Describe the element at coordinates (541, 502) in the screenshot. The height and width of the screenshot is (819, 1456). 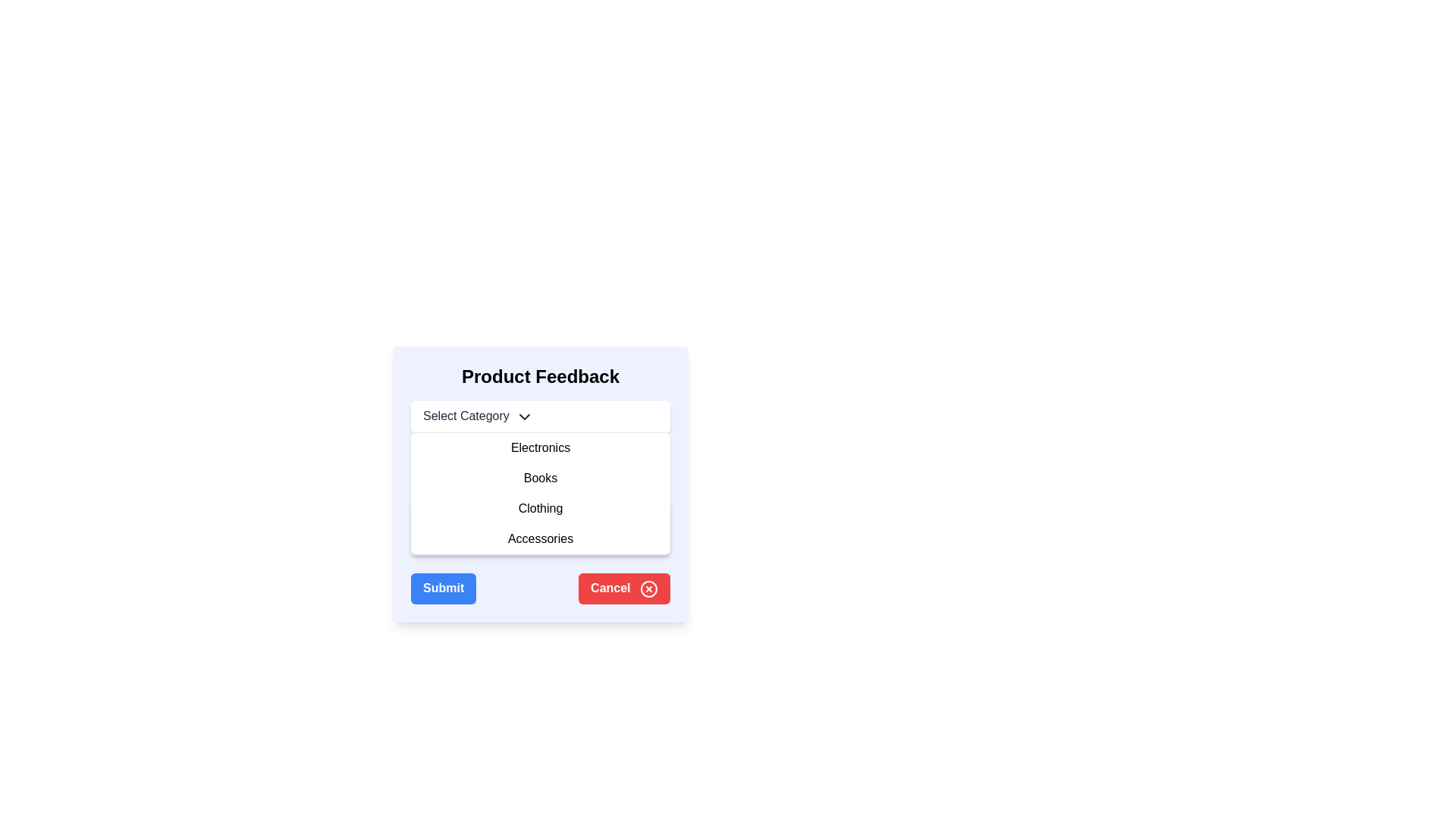
I see `an option from the 'Select Category' dropdown menu located in the 'Product Feedback' panel` at that location.